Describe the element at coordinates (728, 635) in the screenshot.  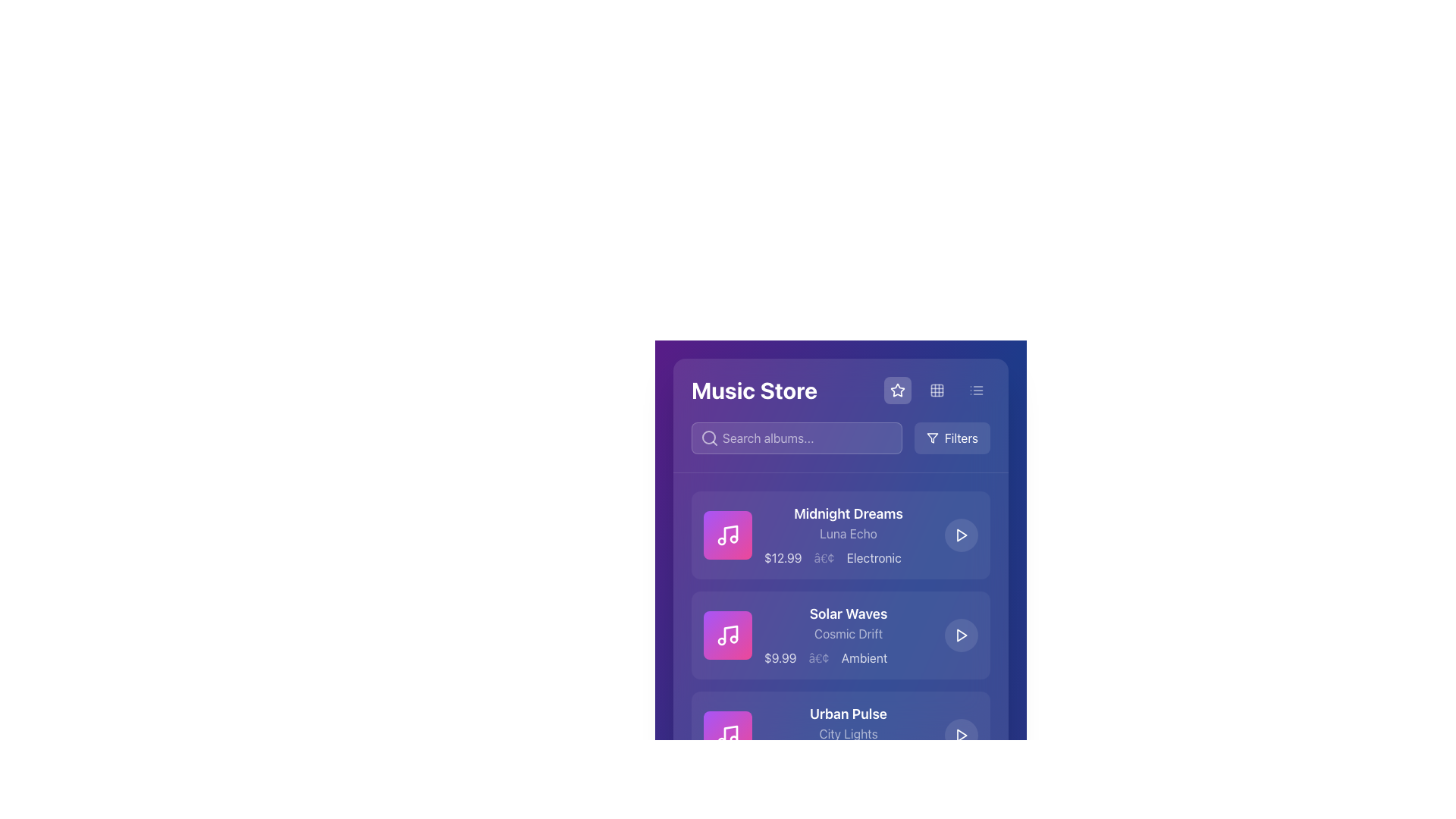
I see `the iconic button representing the music track 'Solar Waves', which is positioned to the left of the song's text information` at that location.